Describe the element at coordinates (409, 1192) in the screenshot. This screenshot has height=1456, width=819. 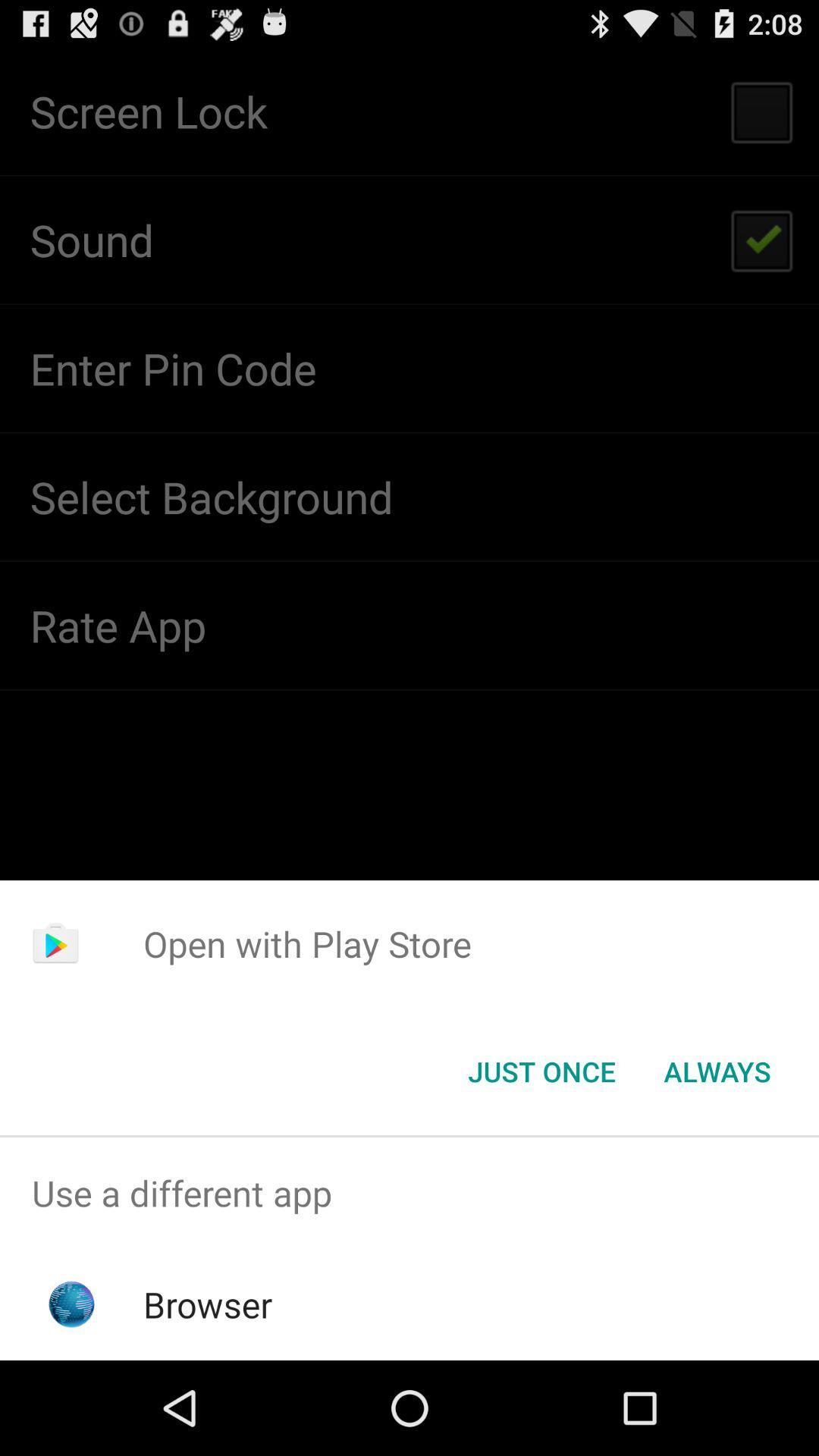
I see `the app above browser` at that location.